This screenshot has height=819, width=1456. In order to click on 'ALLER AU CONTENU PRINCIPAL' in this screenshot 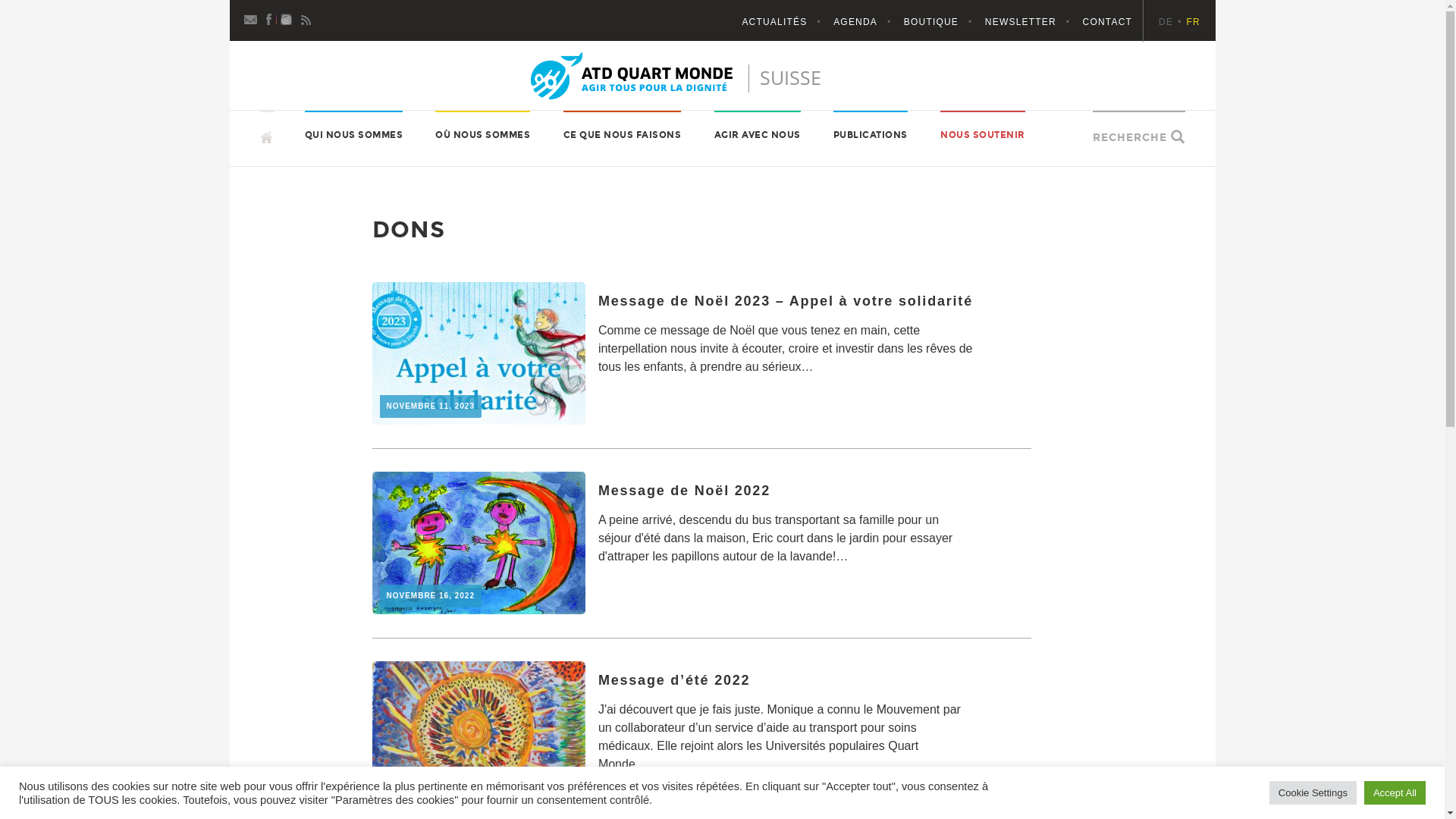, I will do `click(259, 109)`.